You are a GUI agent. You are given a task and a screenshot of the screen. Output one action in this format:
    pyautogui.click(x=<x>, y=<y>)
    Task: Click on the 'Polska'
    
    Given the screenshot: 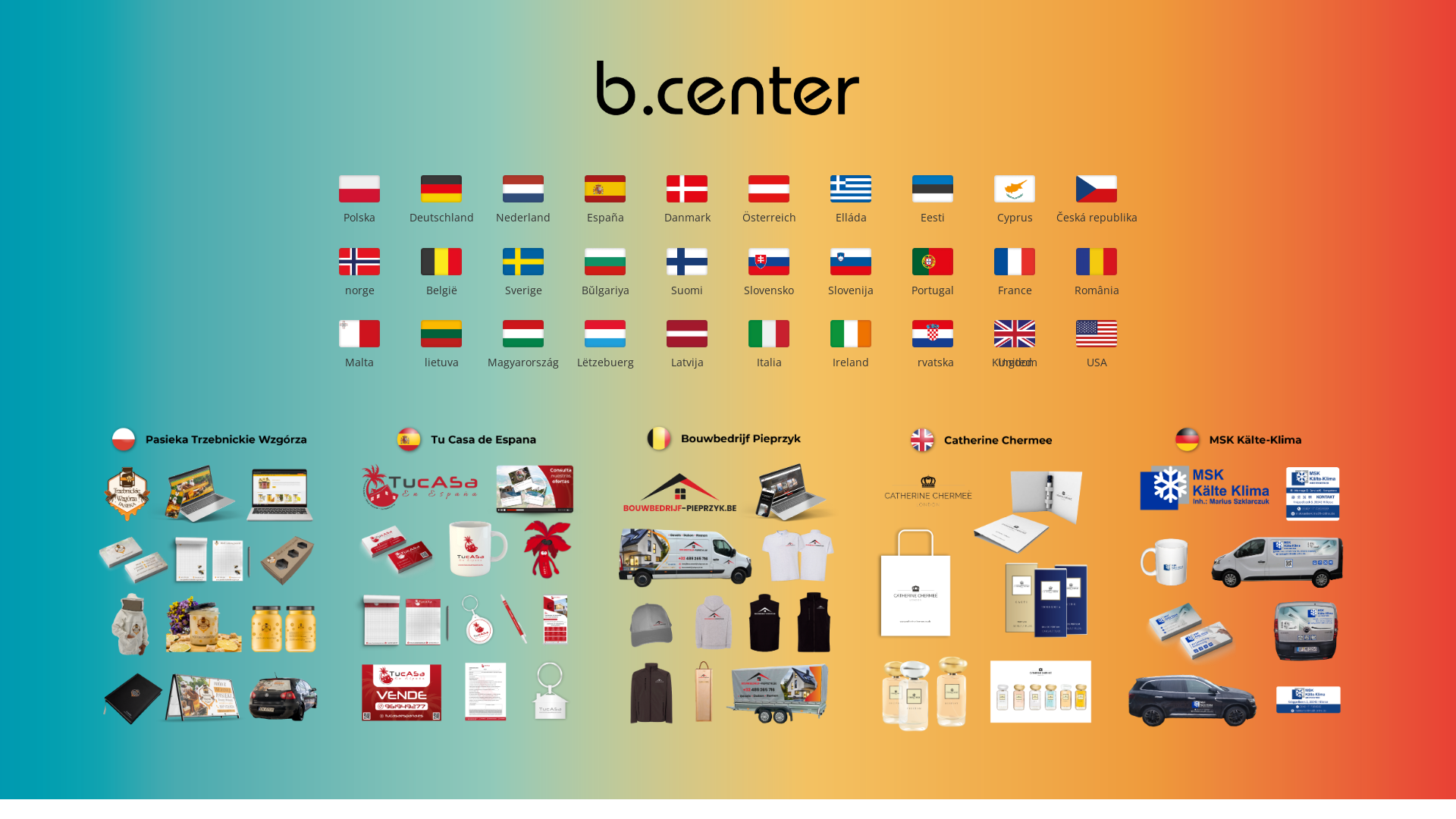 What is the action you would take?
    pyautogui.click(x=342, y=217)
    